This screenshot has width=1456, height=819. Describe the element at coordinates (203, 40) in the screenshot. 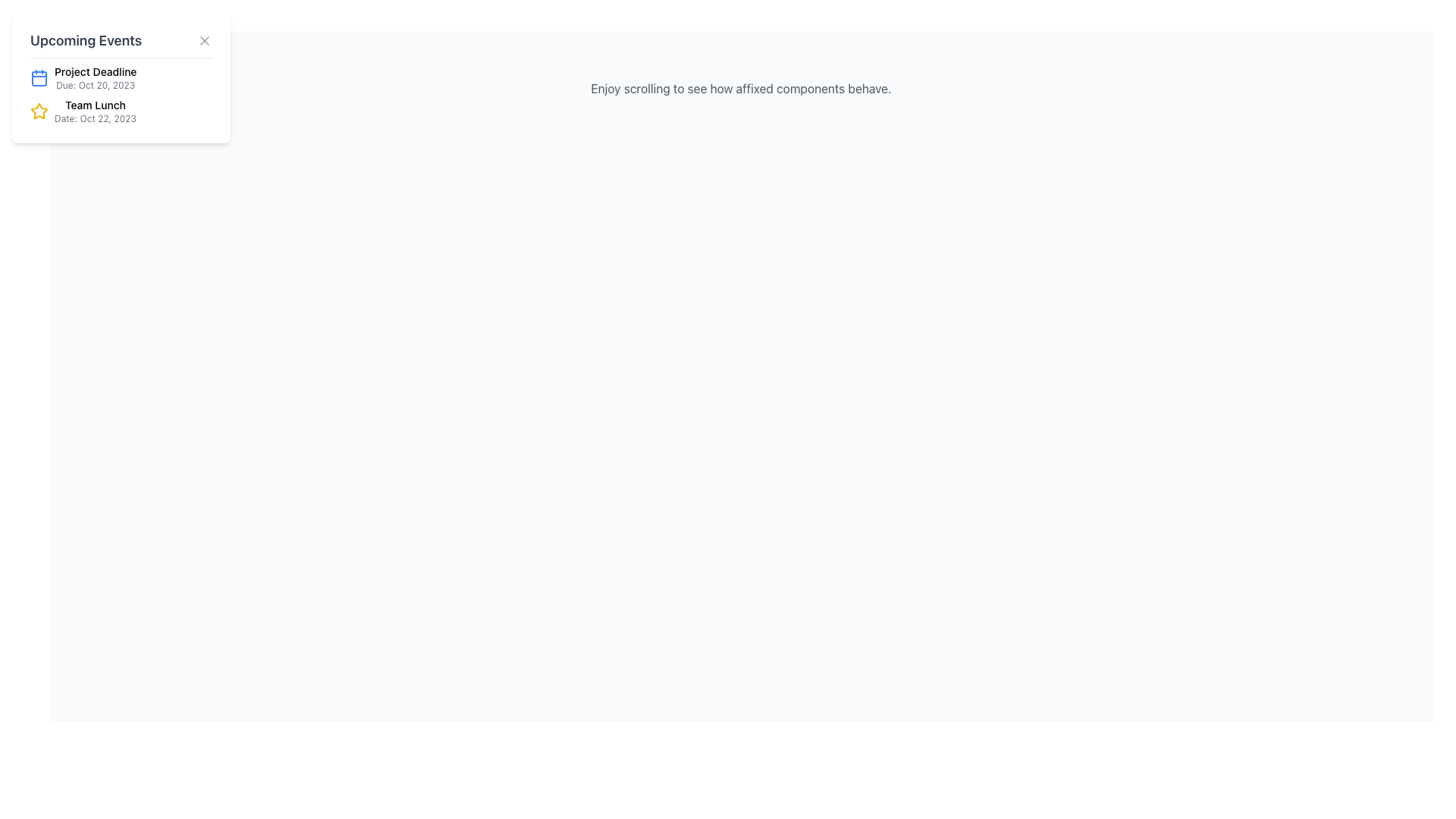

I see `the Icon button located at the top-right corner of the 'Upcoming Events' section to change its color` at that location.